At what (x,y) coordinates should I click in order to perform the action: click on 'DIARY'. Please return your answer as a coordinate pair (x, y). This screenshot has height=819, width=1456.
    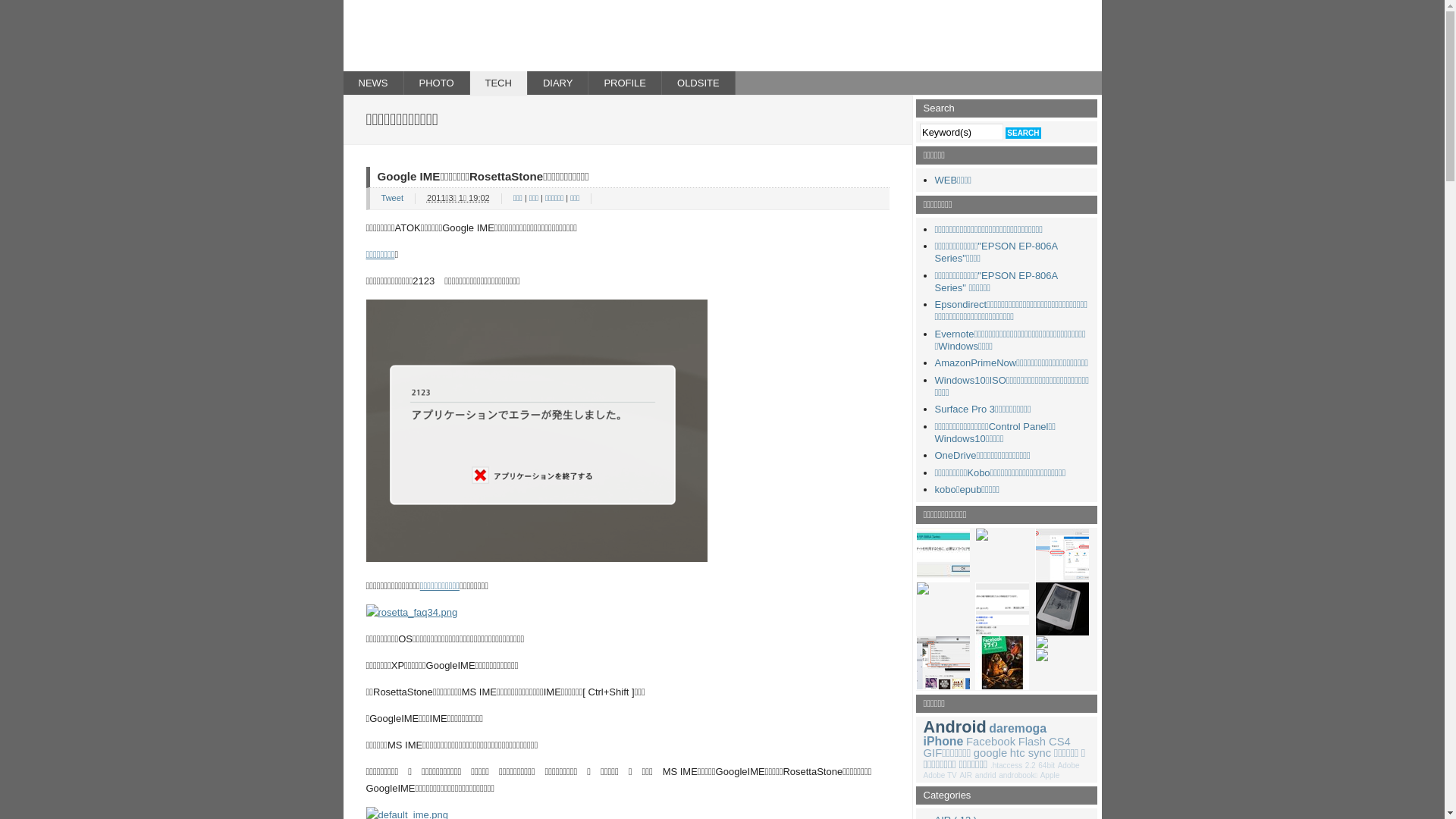
    Looking at the image, I should click on (557, 83).